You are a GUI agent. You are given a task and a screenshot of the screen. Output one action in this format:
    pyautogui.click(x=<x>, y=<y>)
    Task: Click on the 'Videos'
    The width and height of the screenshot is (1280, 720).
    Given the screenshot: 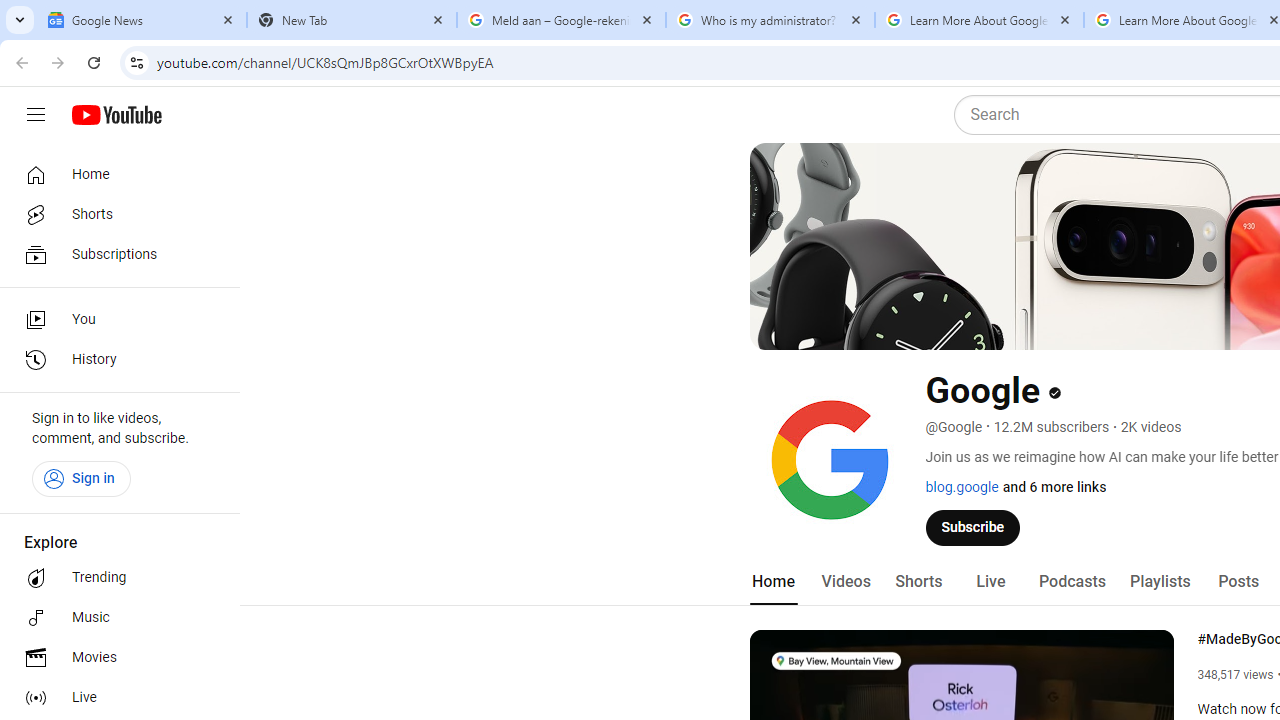 What is the action you would take?
    pyautogui.click(x=845, y=581)
    